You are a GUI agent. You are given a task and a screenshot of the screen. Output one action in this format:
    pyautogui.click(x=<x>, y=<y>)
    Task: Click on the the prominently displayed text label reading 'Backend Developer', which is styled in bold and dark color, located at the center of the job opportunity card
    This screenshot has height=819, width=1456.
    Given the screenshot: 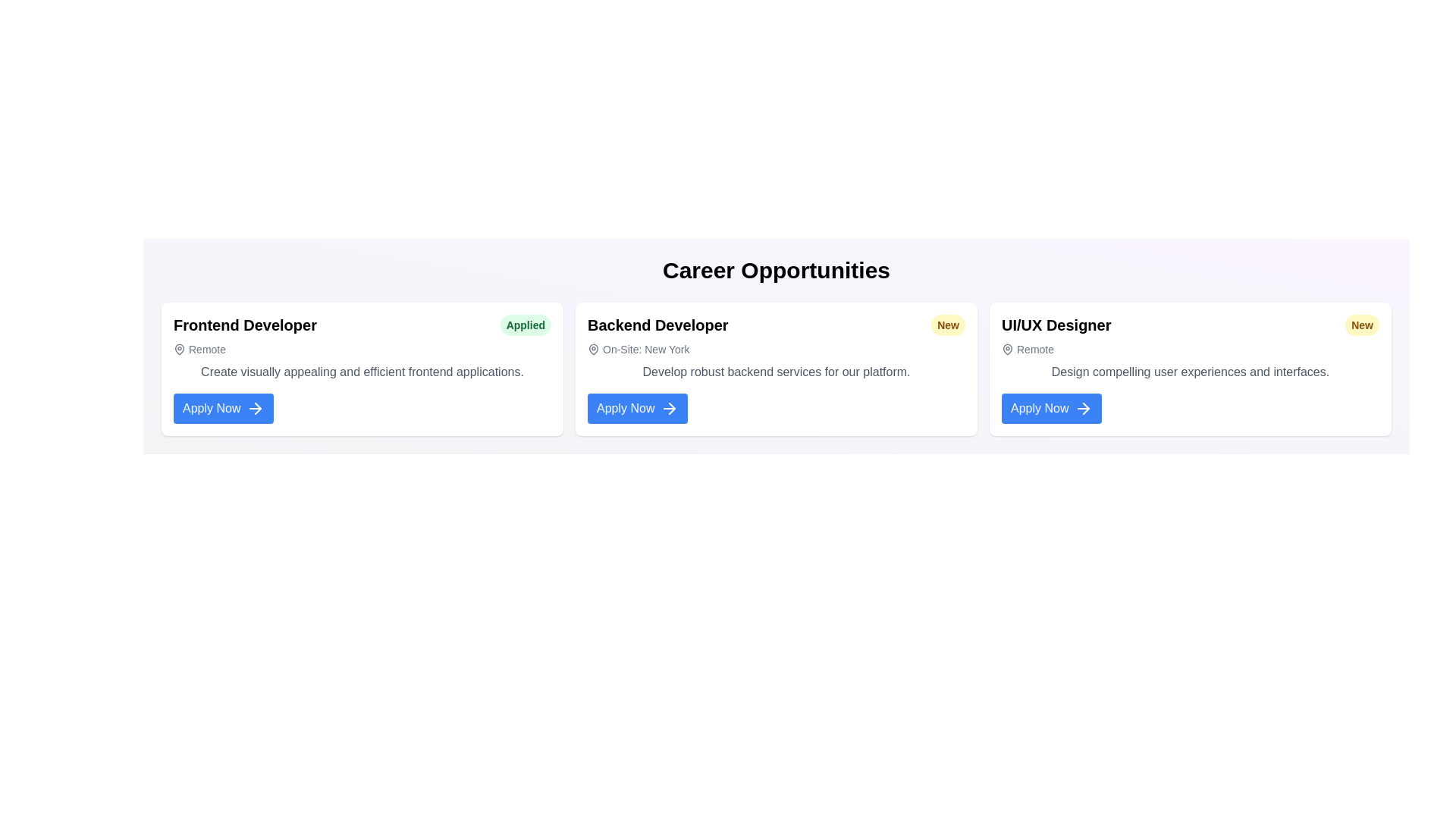 What is the action you would take?
    pyautogui.click(x=657, y=324)
    